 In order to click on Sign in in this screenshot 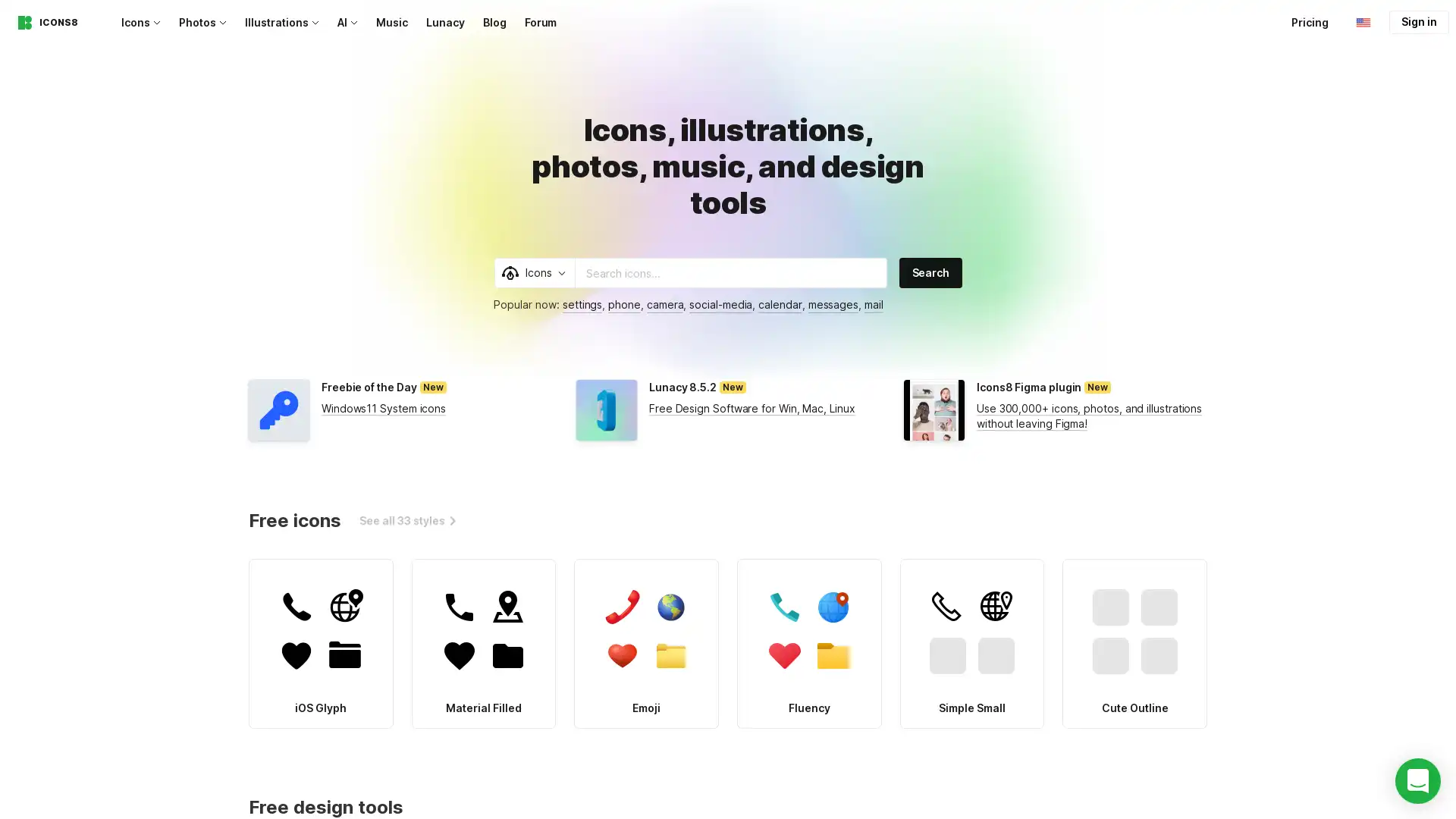, I will do `click(1418, 22)`.